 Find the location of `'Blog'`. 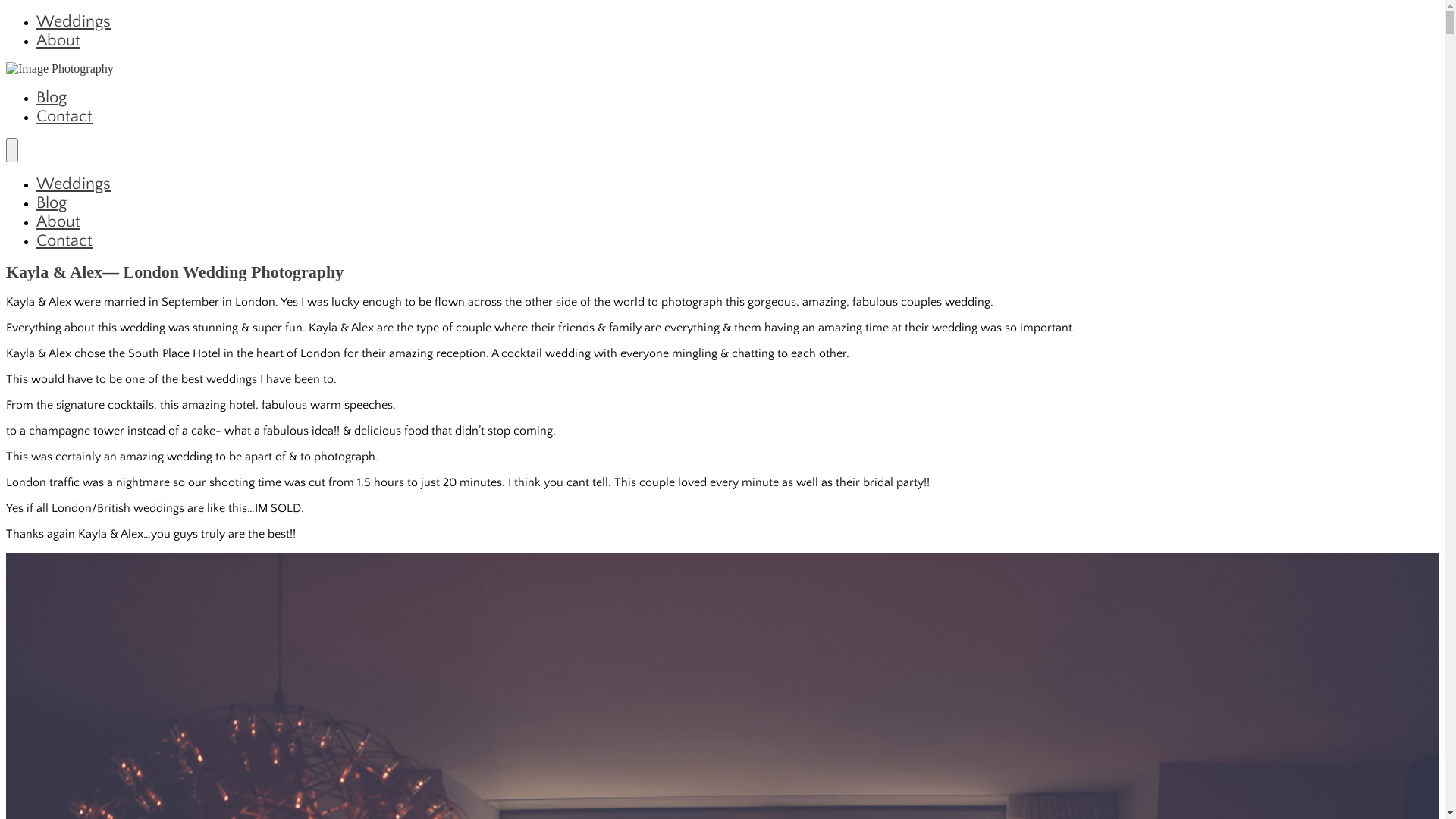

'Blog' is located at coordinates (36, 97).